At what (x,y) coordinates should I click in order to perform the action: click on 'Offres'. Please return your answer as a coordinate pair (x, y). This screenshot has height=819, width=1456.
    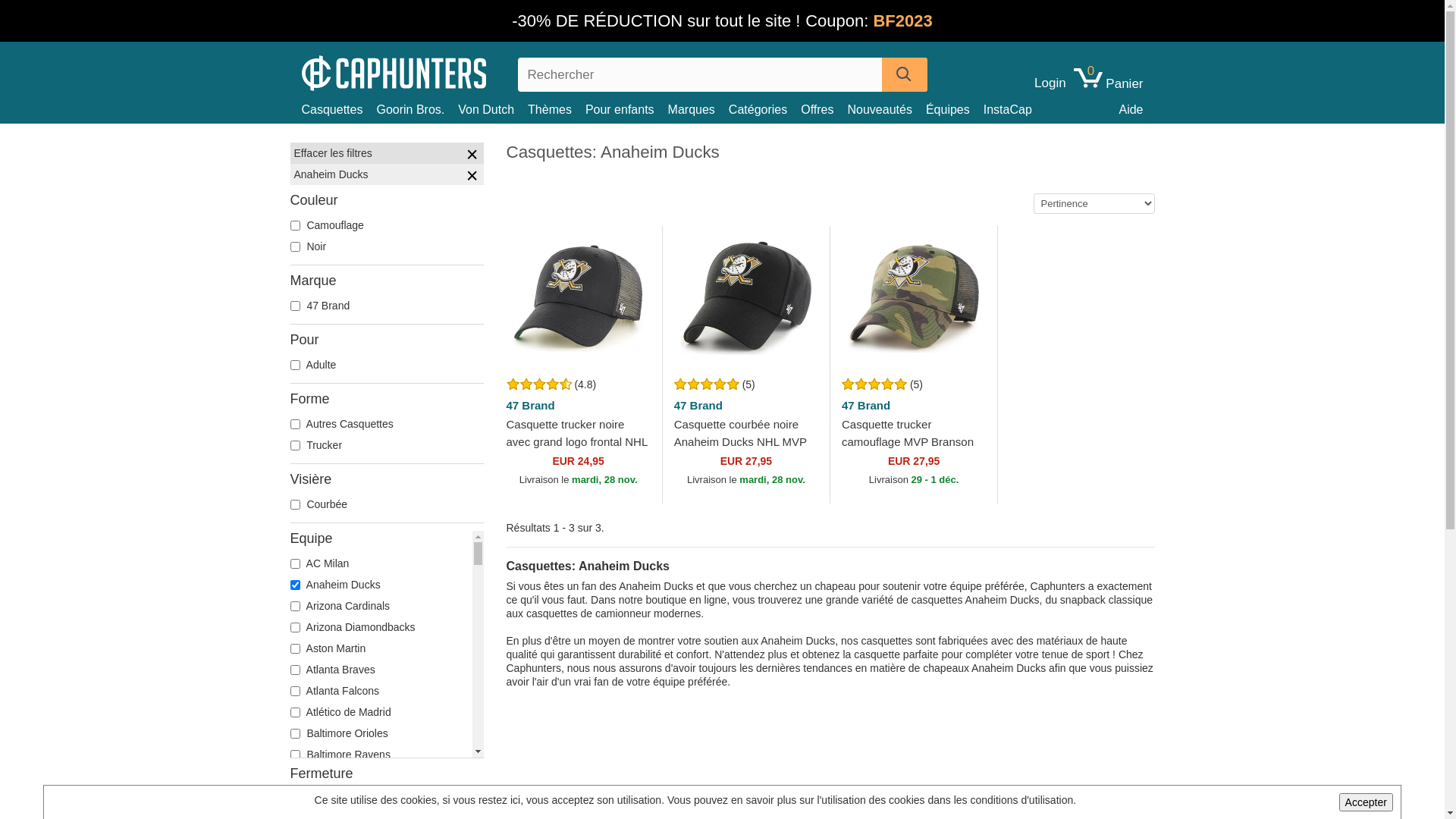
    Looking at the image, I should click on (823, 108).